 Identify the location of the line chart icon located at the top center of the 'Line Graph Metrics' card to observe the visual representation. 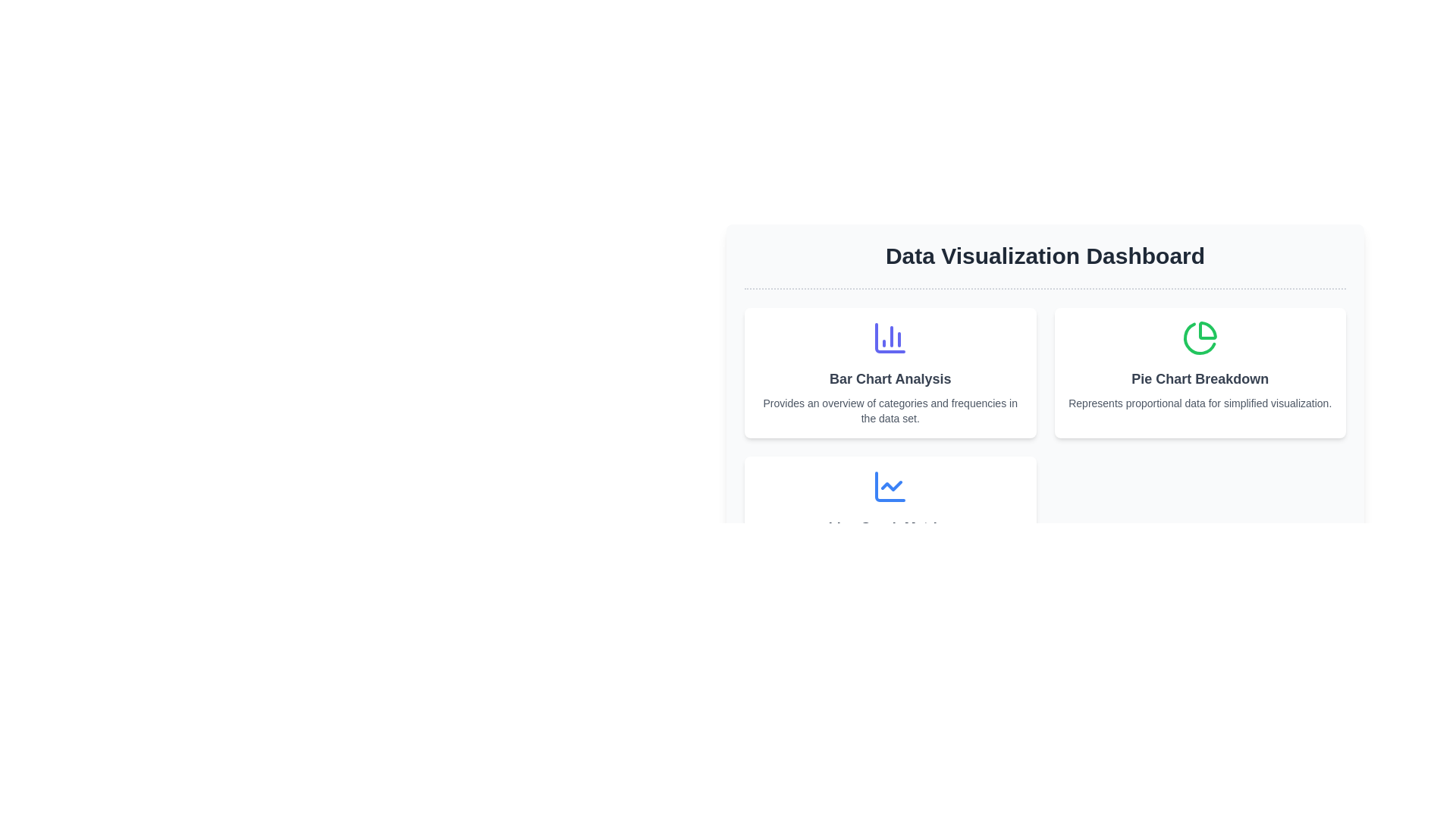
(890, 486).